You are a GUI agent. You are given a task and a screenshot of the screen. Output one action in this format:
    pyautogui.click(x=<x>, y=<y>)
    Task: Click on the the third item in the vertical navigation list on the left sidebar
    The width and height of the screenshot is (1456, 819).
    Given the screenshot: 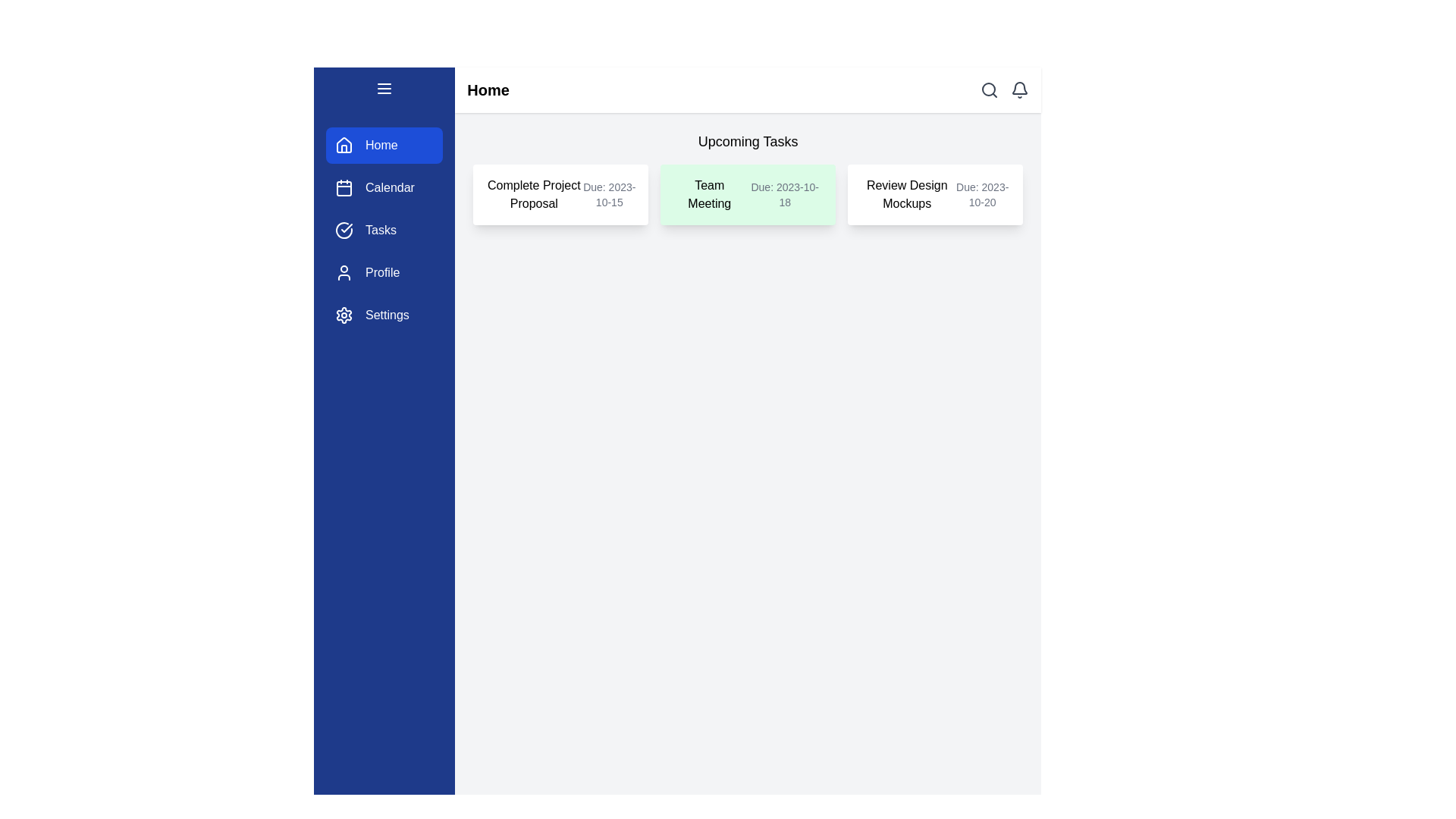 What is the action you would take?
    pyautogui.click(x=384, y=231)
    